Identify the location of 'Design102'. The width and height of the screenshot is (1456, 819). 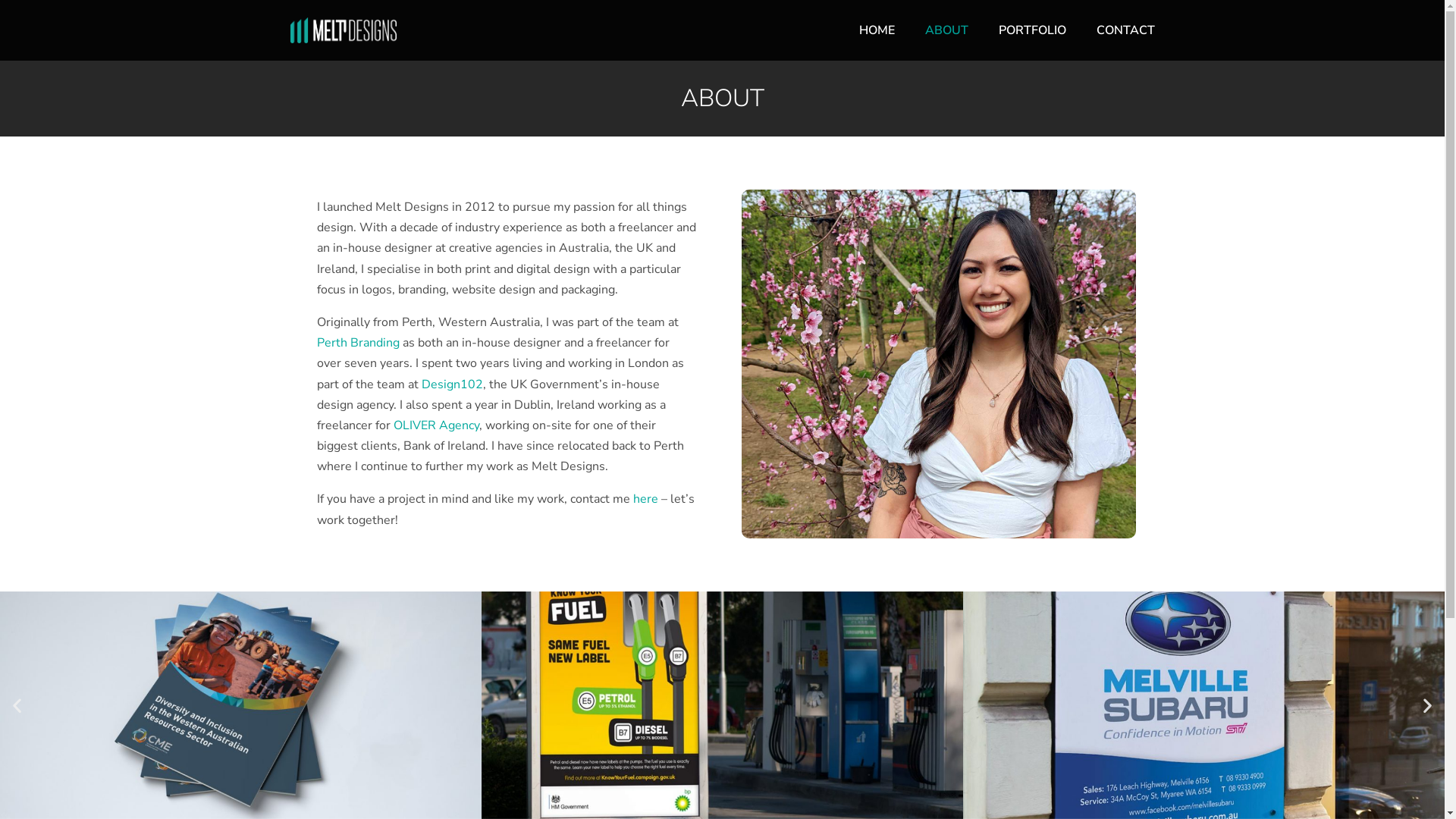
(451, 383).